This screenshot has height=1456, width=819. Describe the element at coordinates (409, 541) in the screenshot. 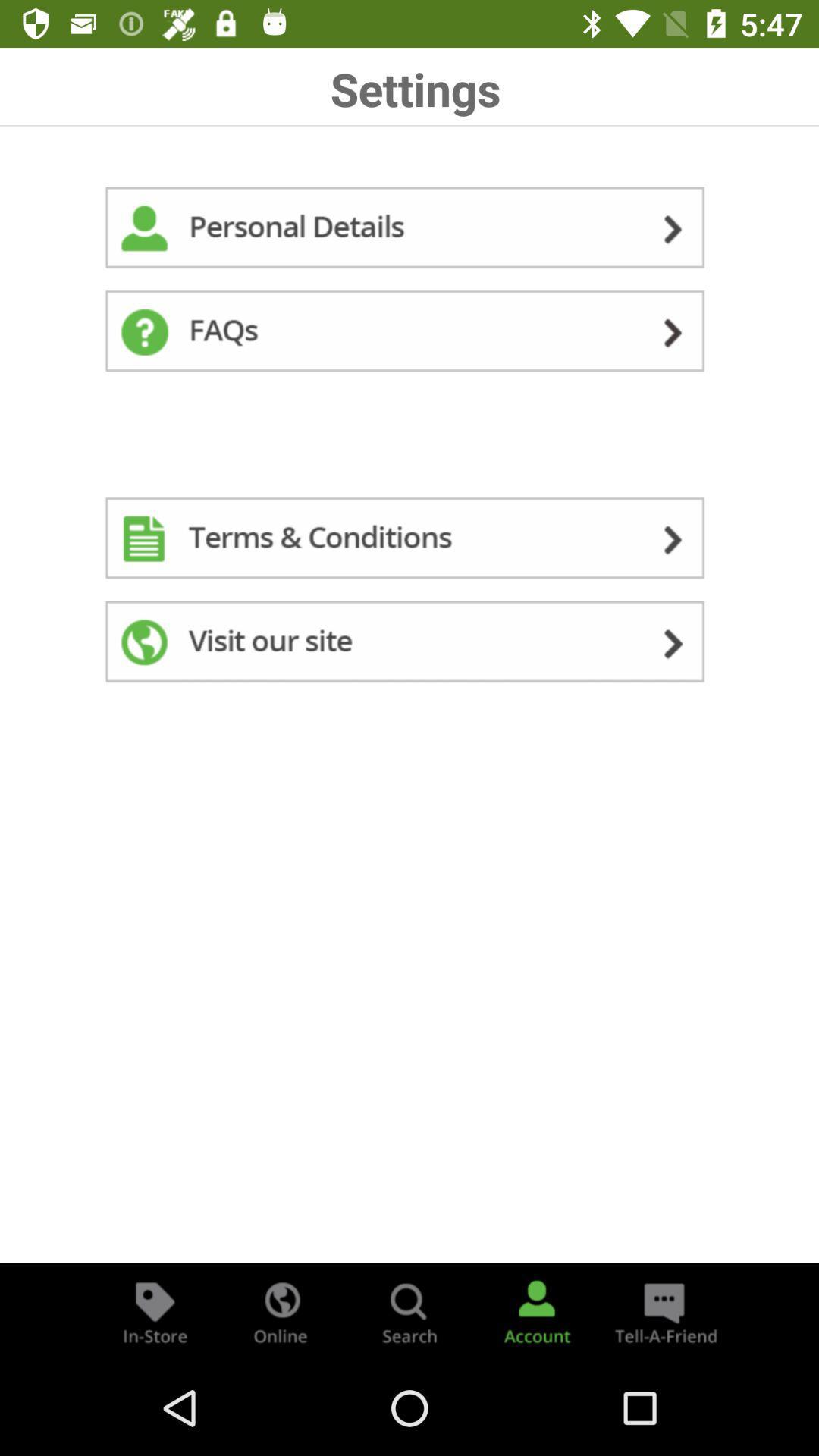

I see `terms and conditions` at that location.